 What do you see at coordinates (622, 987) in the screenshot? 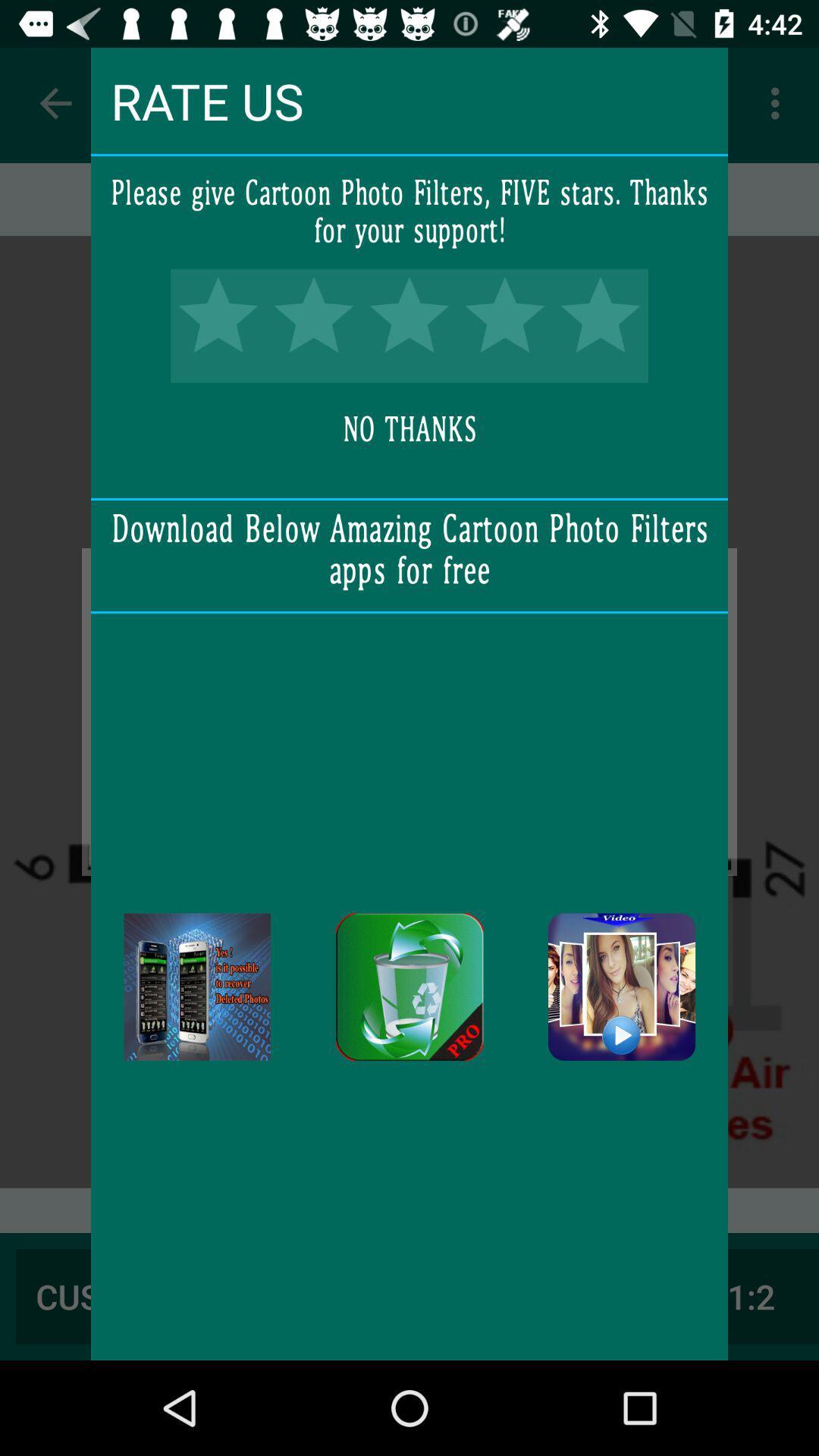
I see `this app to download` at bounding box center [622, 987].